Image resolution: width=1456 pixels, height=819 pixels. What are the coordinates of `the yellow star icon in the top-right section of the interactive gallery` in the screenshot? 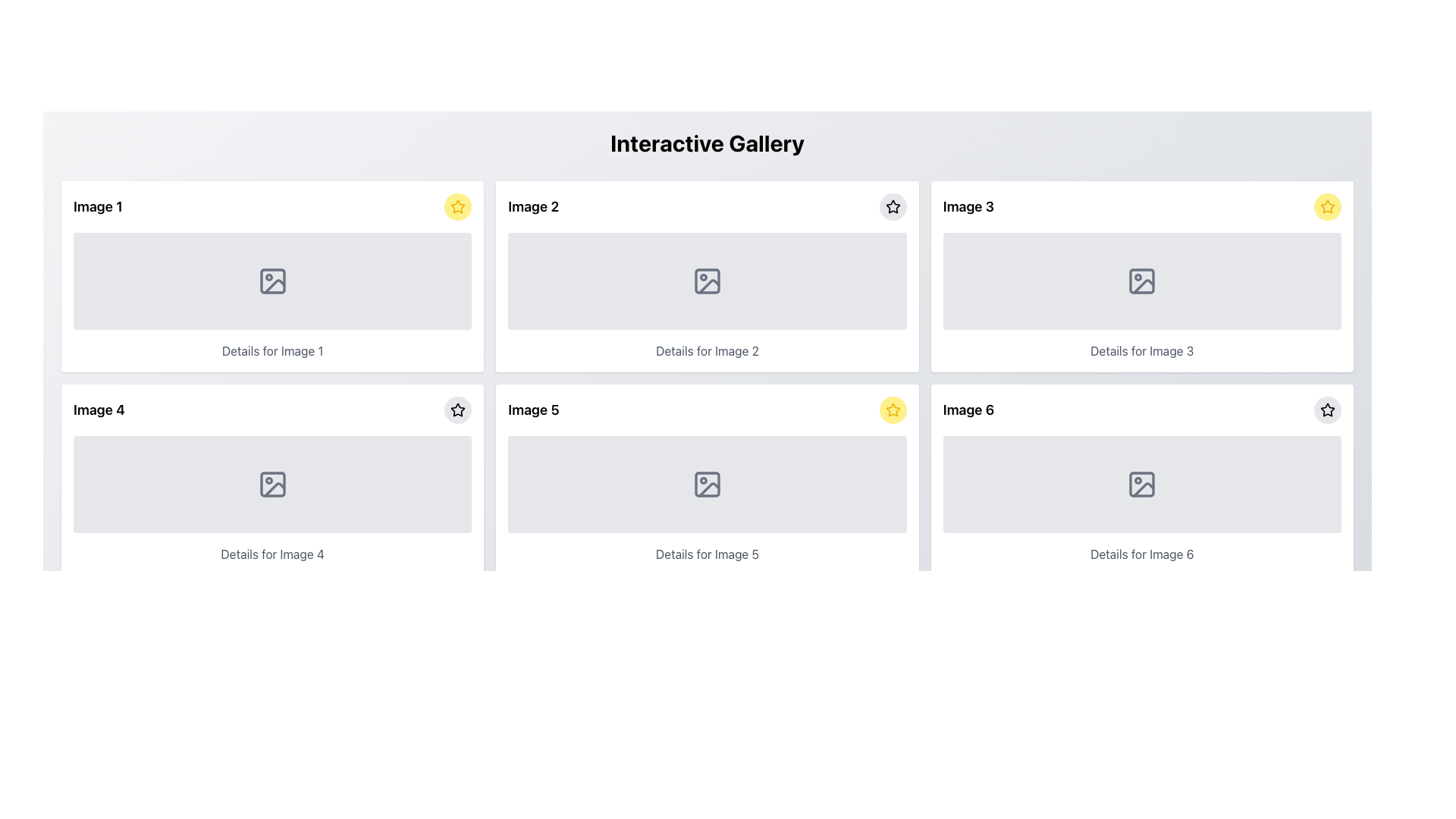 It's located at (1327, 207).